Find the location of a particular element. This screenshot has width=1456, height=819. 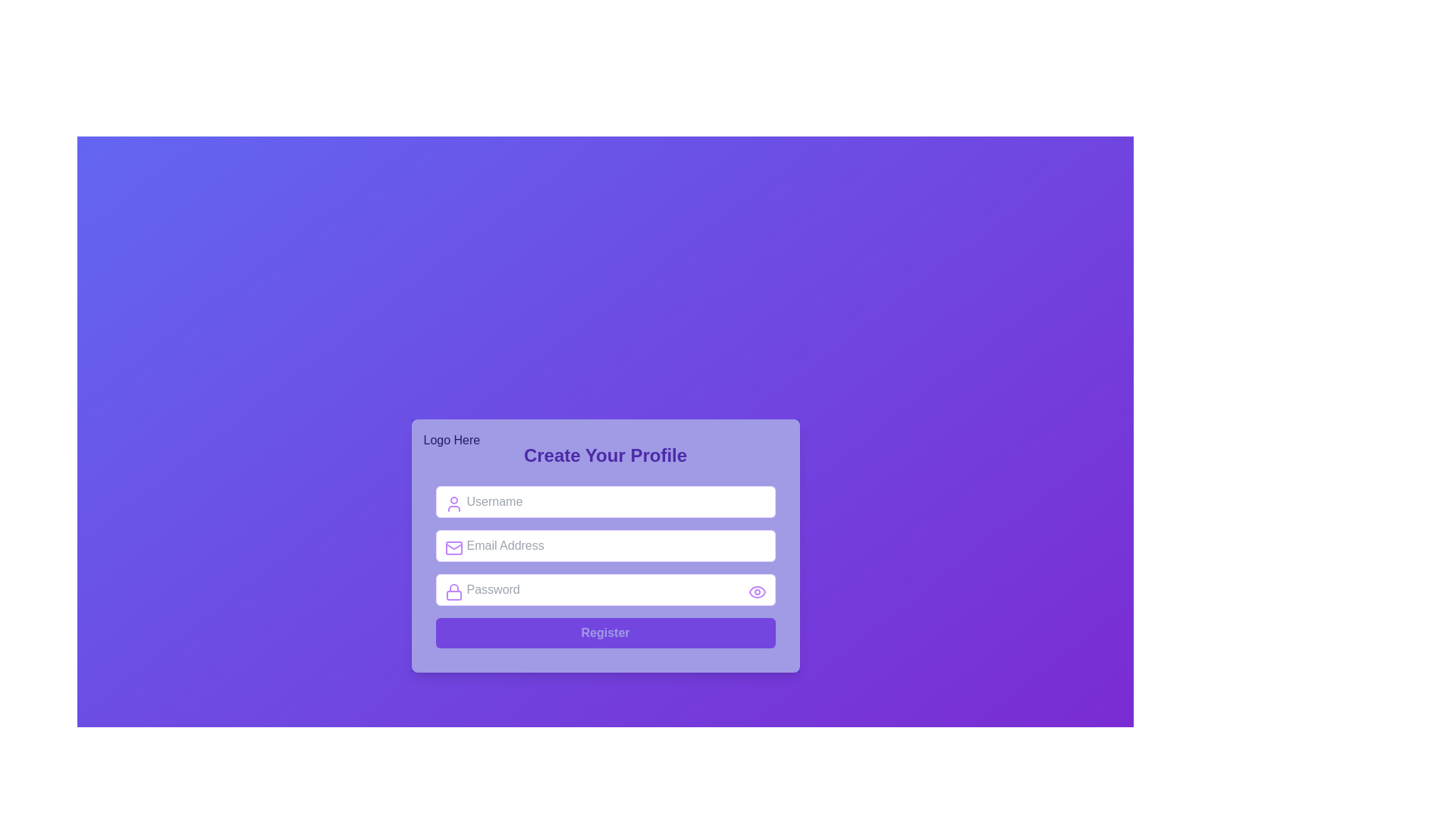

the branding indicator text label located at the top-left corner of the modal, which serves as a placeholder for a logo is located at coordinates (450, 441).